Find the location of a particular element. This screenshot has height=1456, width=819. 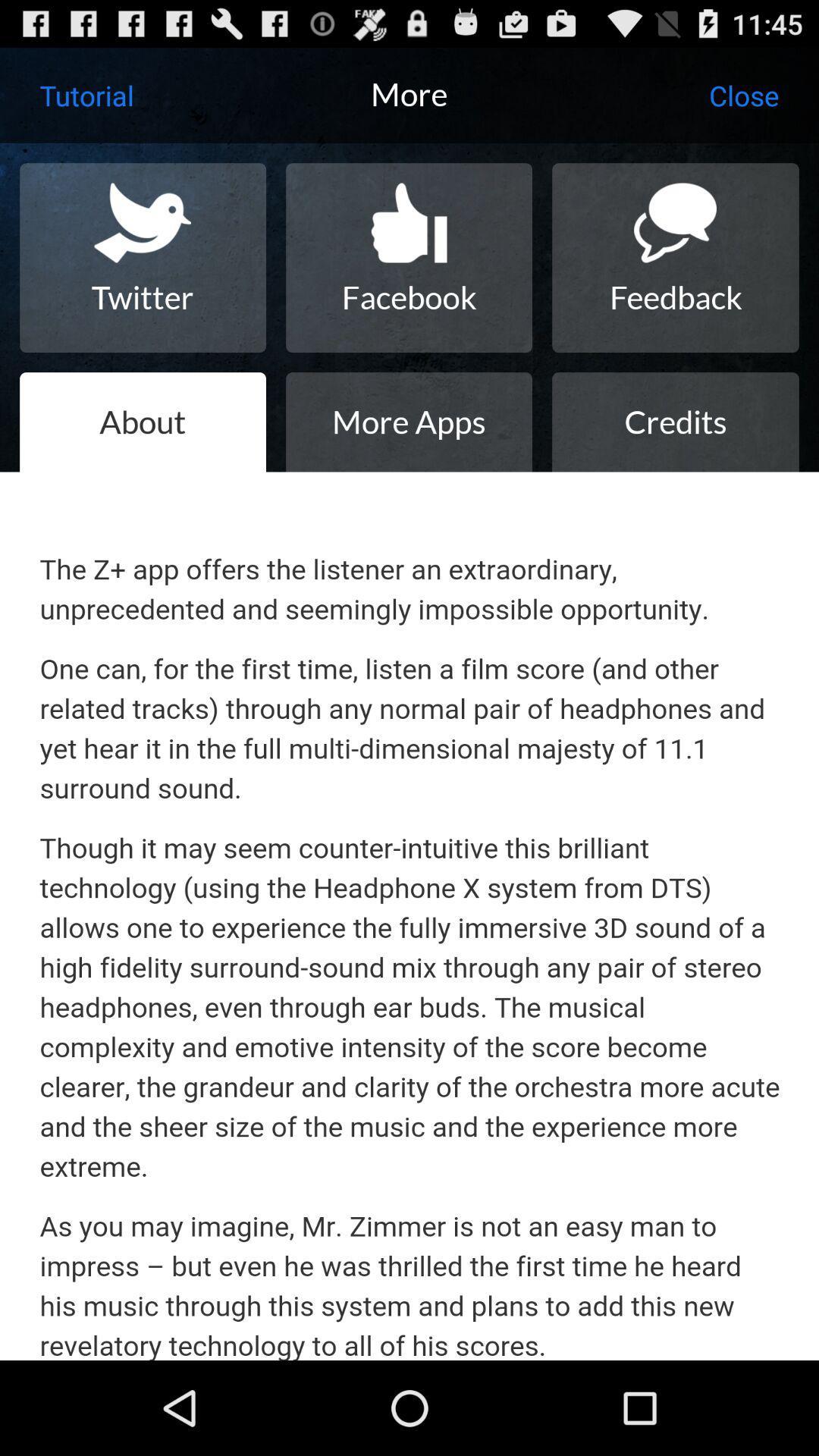

item next to the more apps icon is located at coordinates (675, 422).